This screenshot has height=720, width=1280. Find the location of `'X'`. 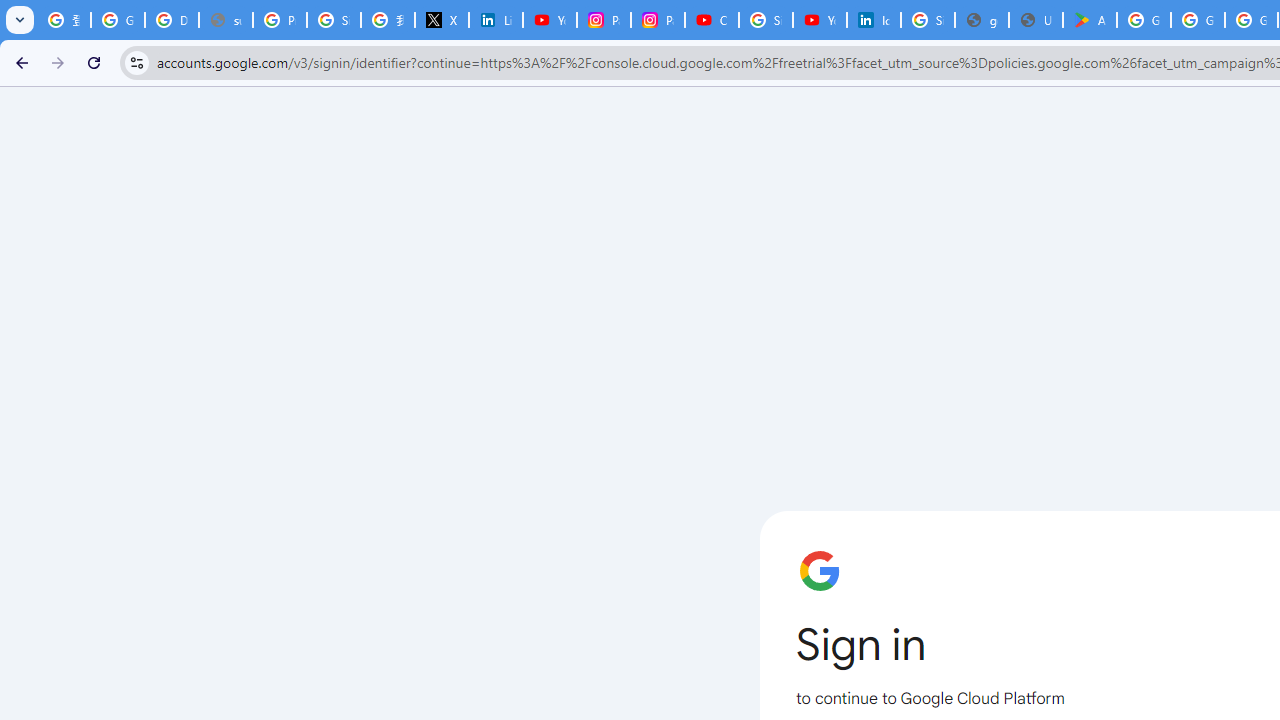

'X' is located at coordinates (440, 20).